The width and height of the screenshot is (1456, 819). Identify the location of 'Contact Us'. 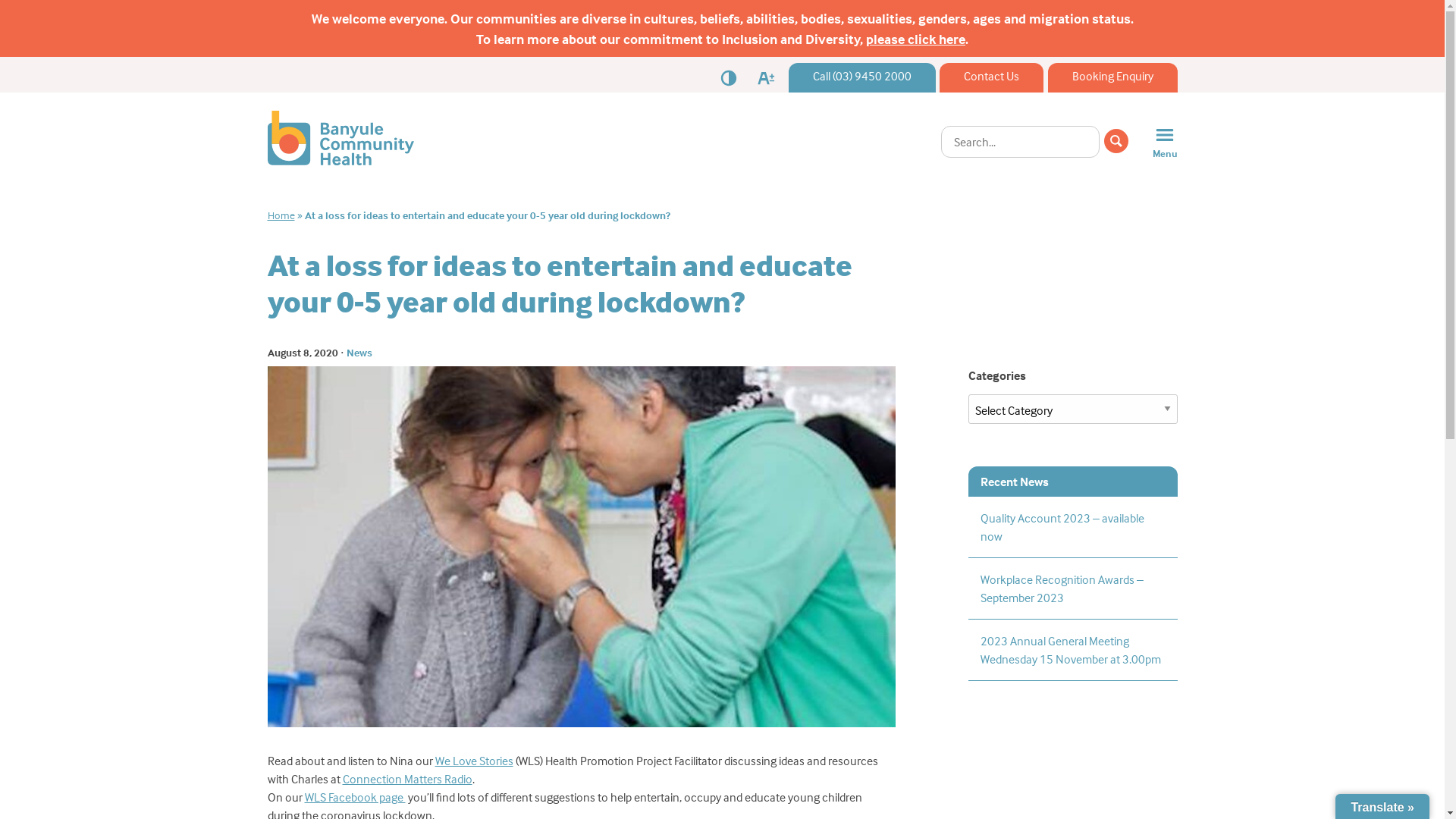
(991, 76).